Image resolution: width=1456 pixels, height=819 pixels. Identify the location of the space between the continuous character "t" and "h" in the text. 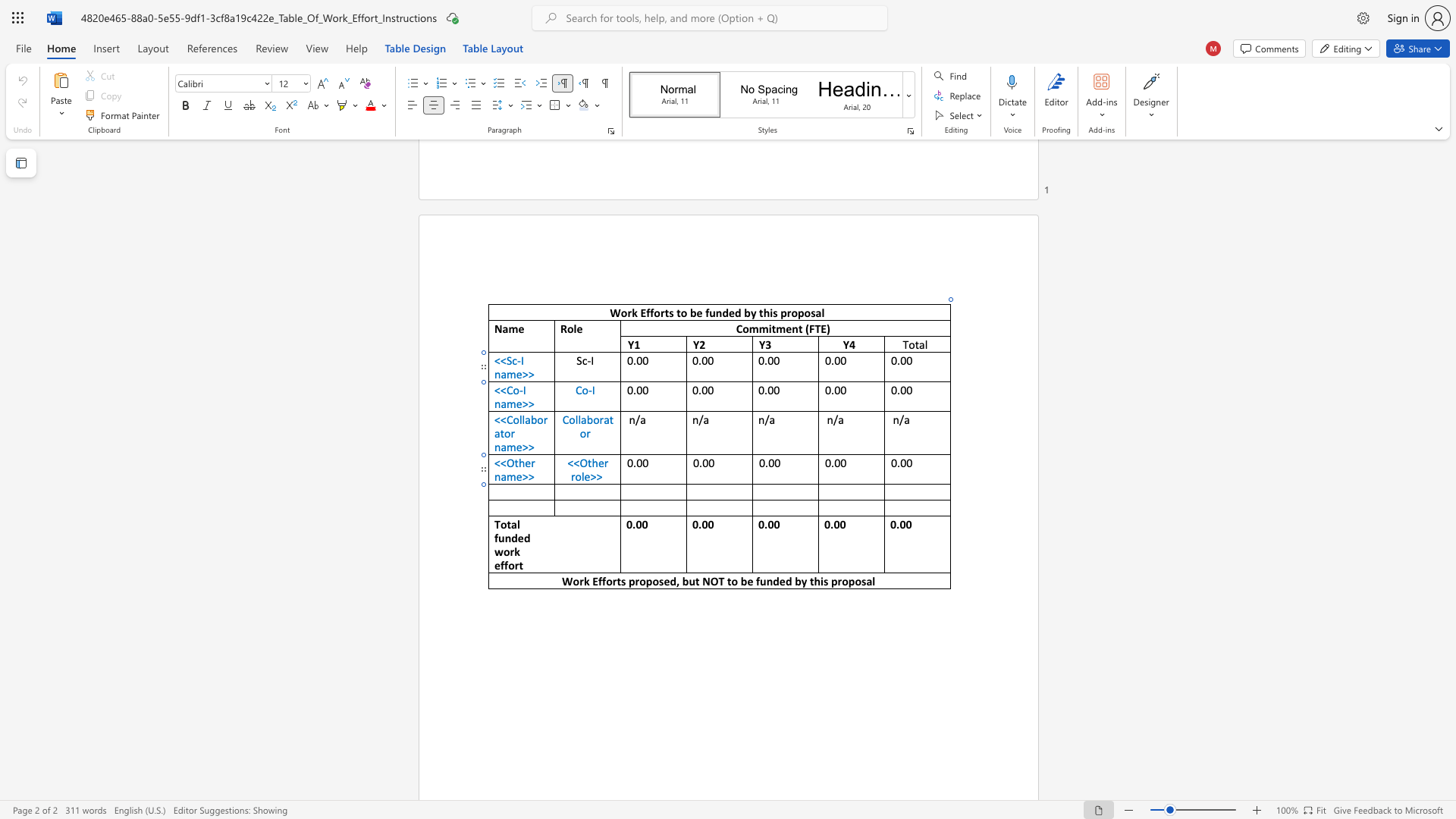
(814, 580).